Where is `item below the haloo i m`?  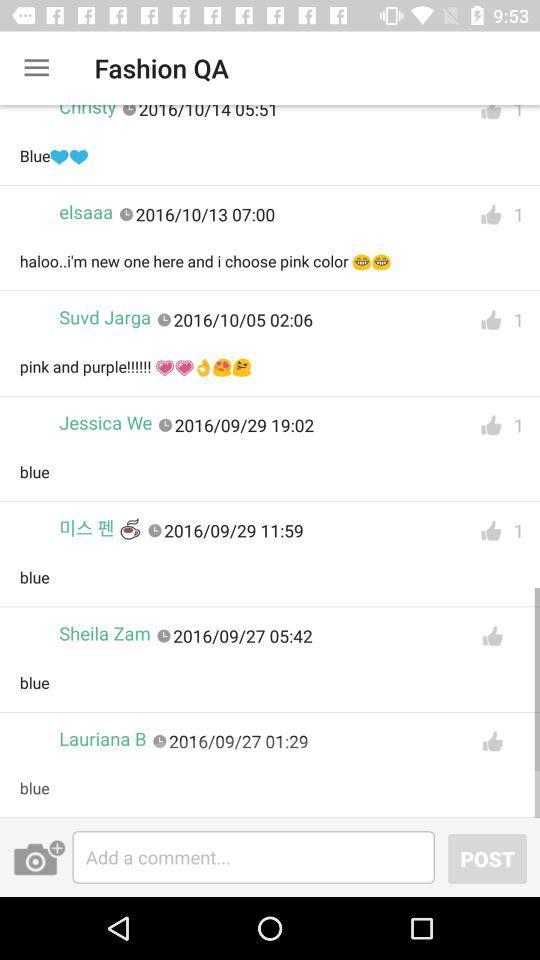 item below the haloo i m is located at coordinates (105, 317).